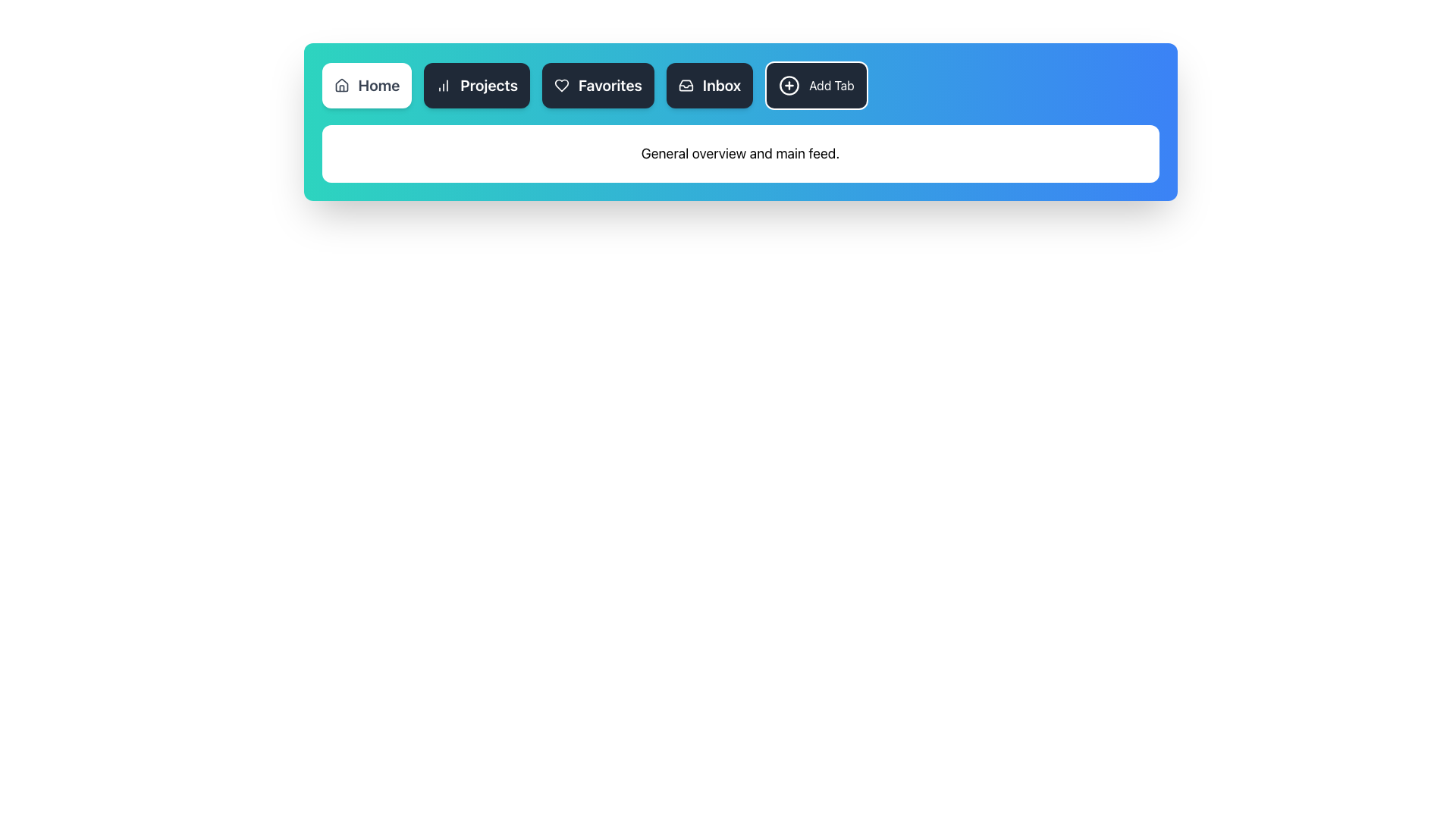 The image size is (1456, 819). What do you see at coordinates (340, 85) in the screenshot?
I see `the visual indicator icon on the 'Home' button located in the top-left corner of the interface` at bounding box center [340, 85].